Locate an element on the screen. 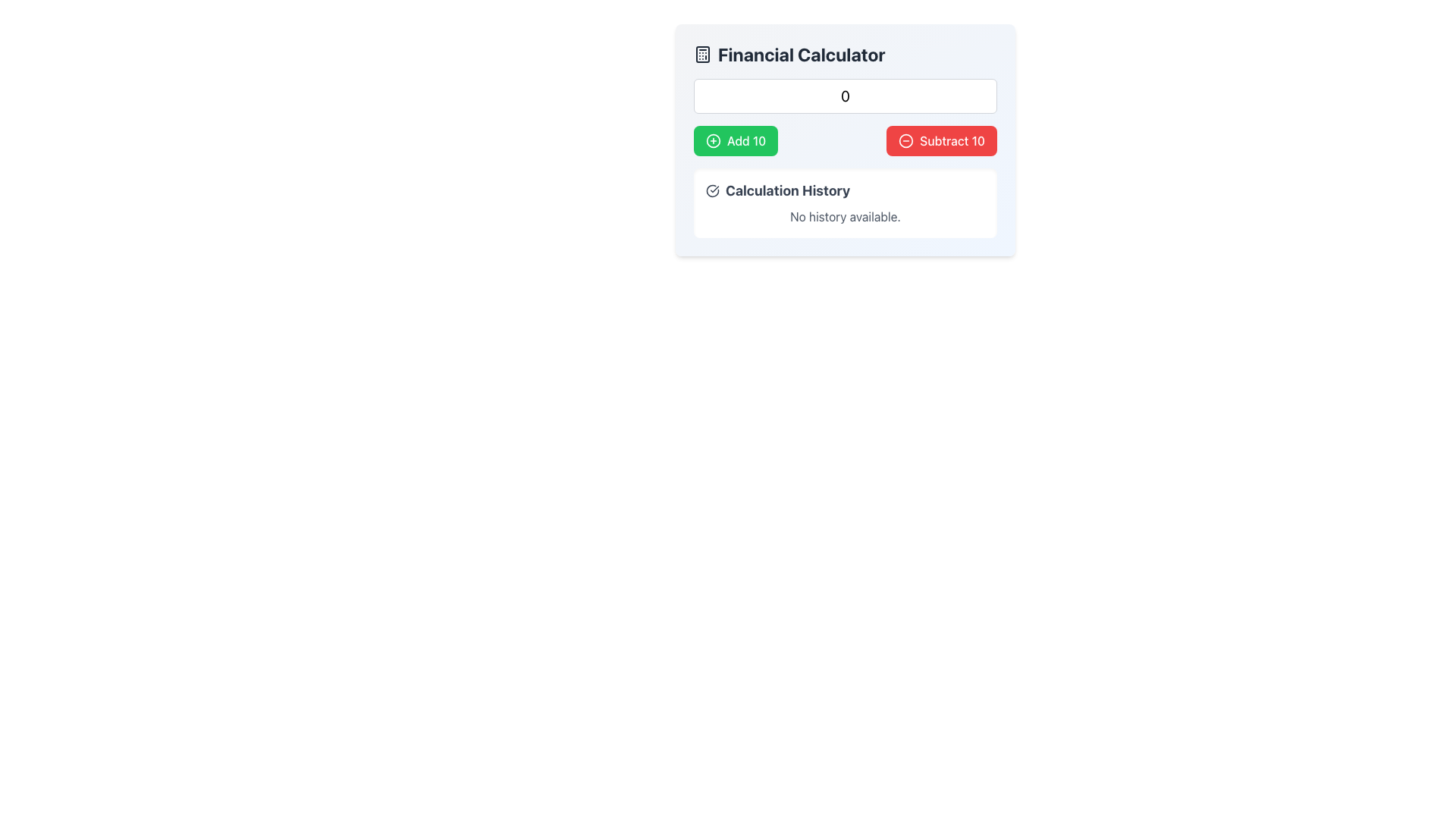  the circular graphical representation within the icon button located to the left of the 'Subtract 10' button is located at coordinates (906, 140).